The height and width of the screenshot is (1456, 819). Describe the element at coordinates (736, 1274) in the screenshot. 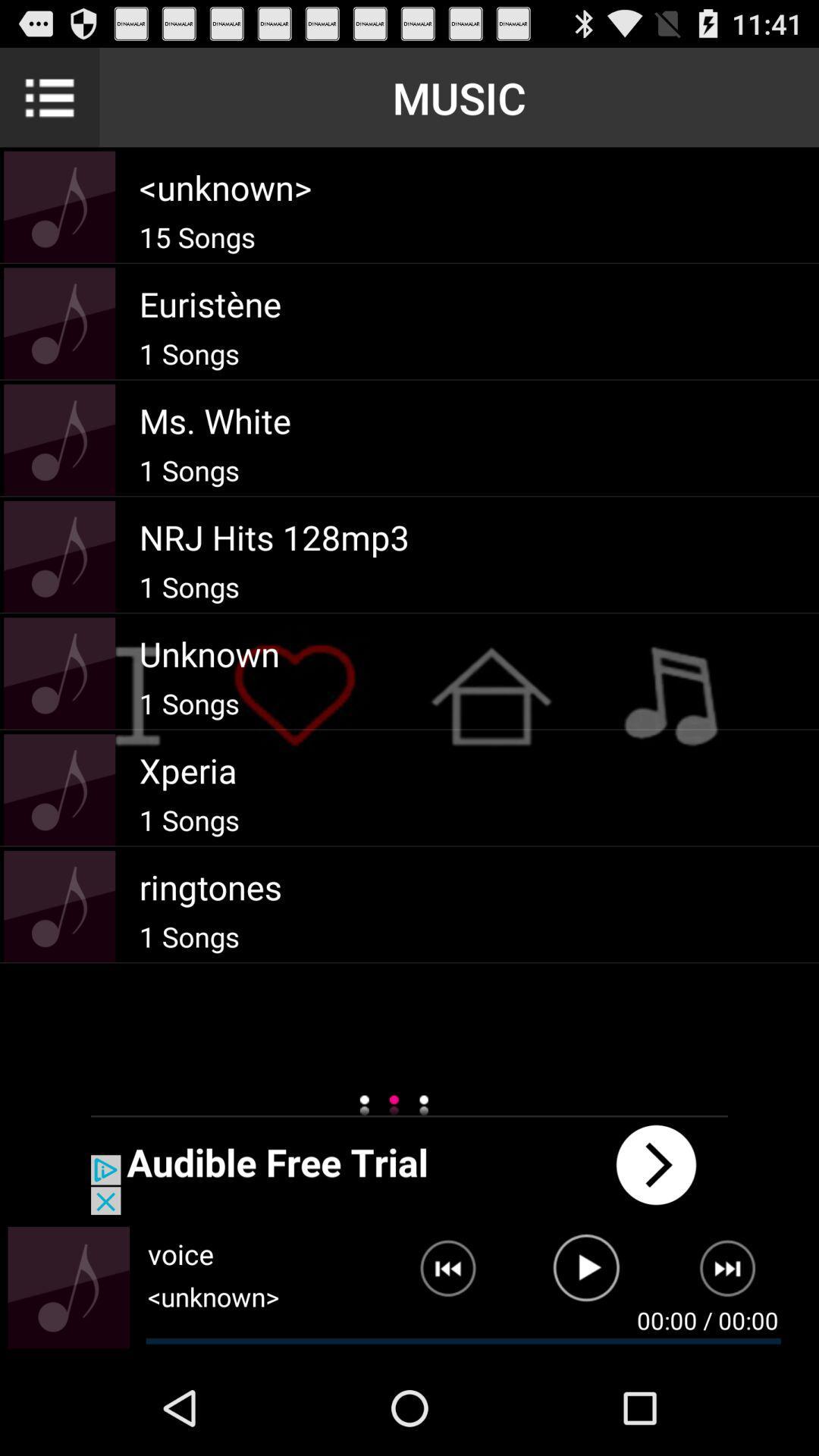

I see `next` at that location.